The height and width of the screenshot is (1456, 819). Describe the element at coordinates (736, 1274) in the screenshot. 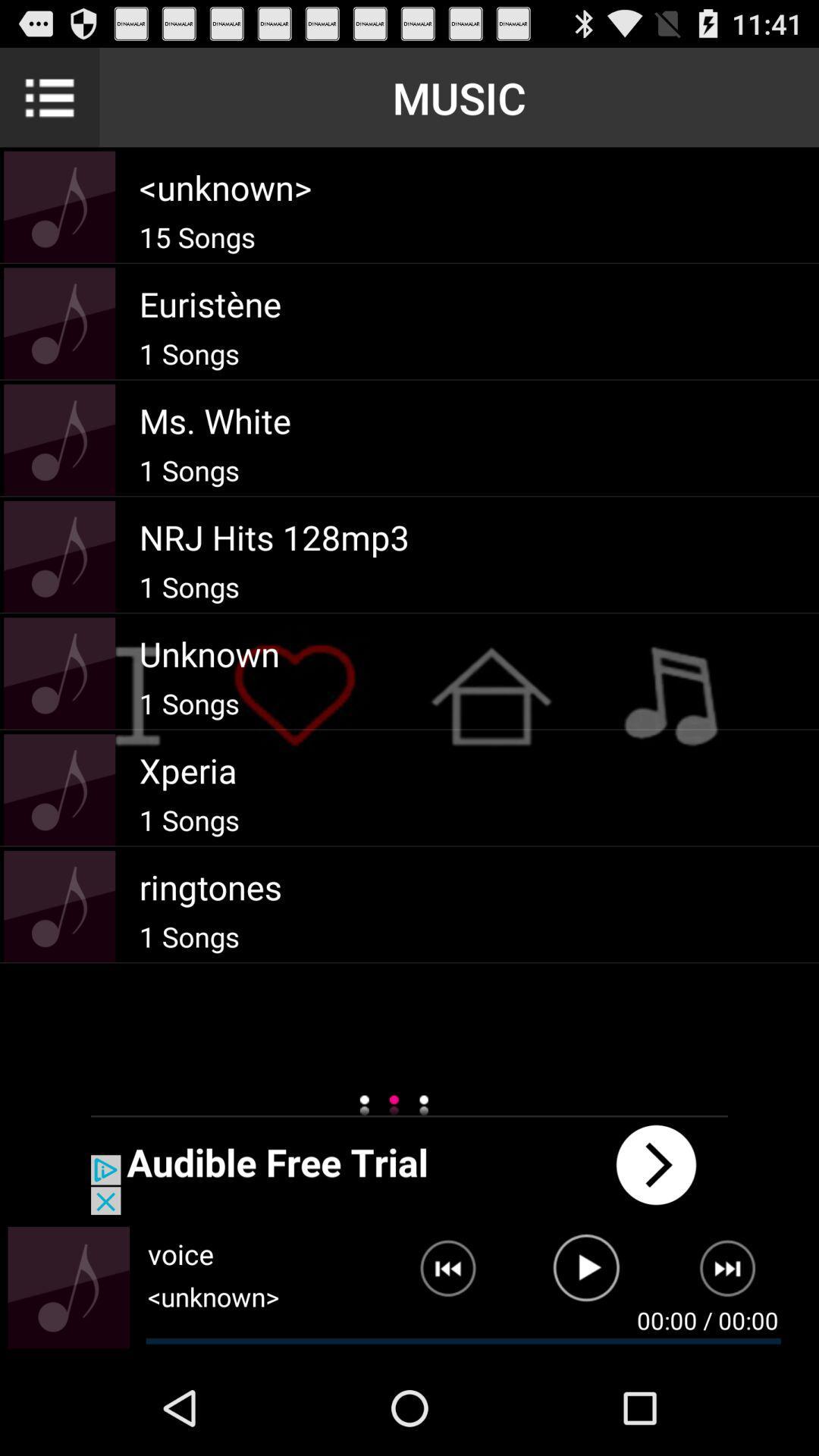

I see `next` at that location.